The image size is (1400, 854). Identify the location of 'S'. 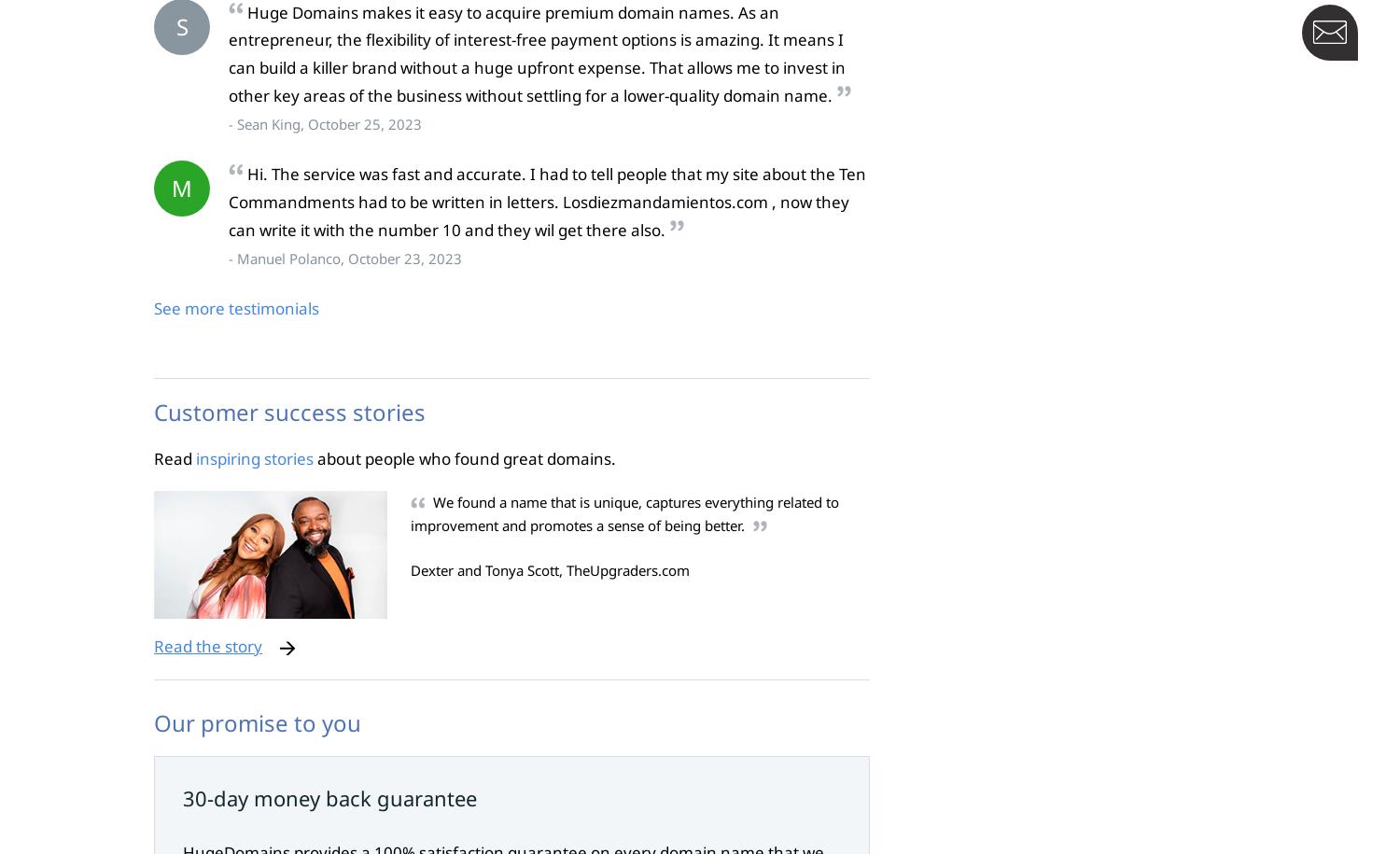
(180, 25).